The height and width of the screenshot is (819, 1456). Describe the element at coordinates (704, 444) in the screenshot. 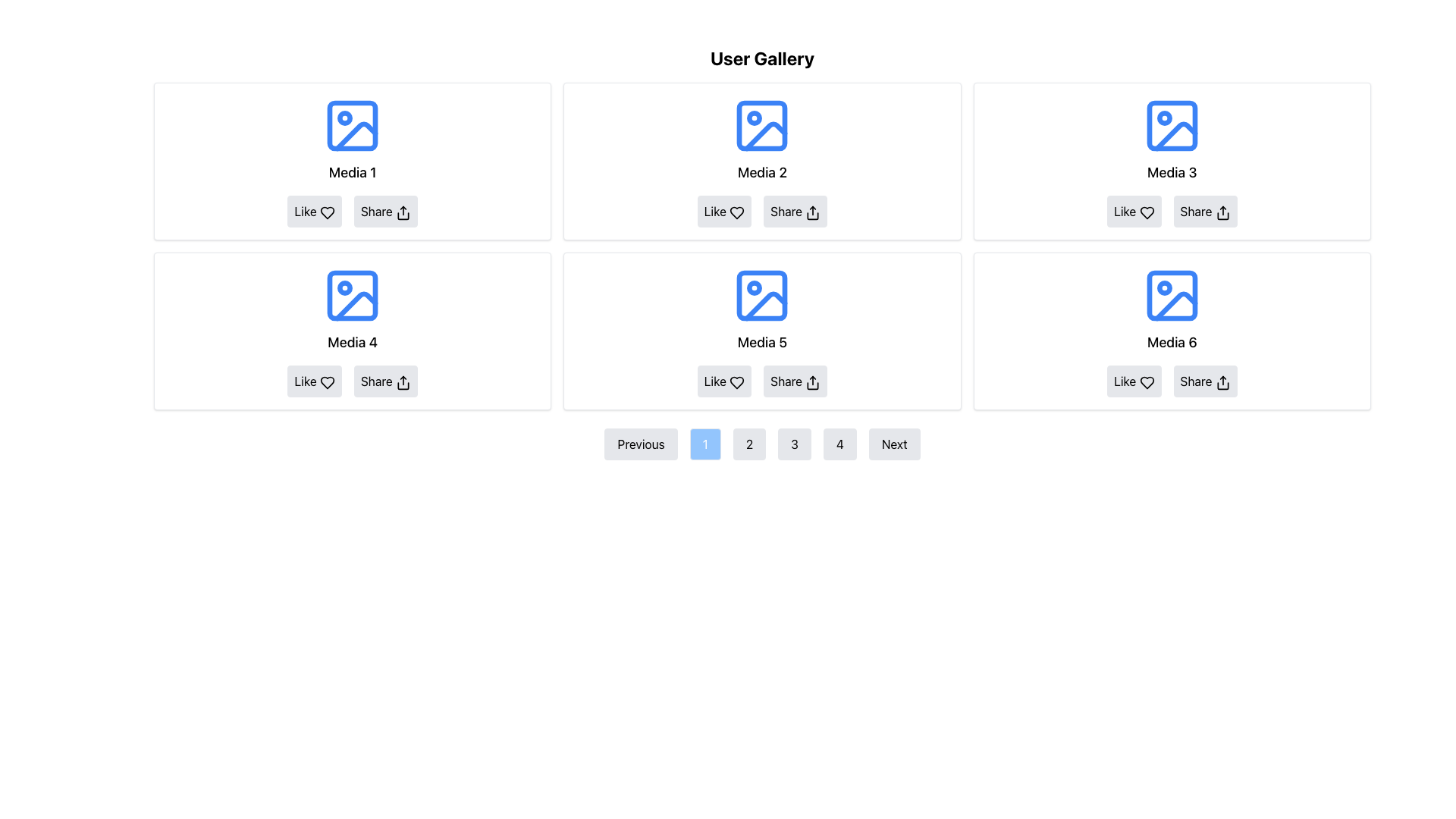

I see `the first page navigation button located between the 'Previous' button and the '2' button in the pagination controls` at that location.